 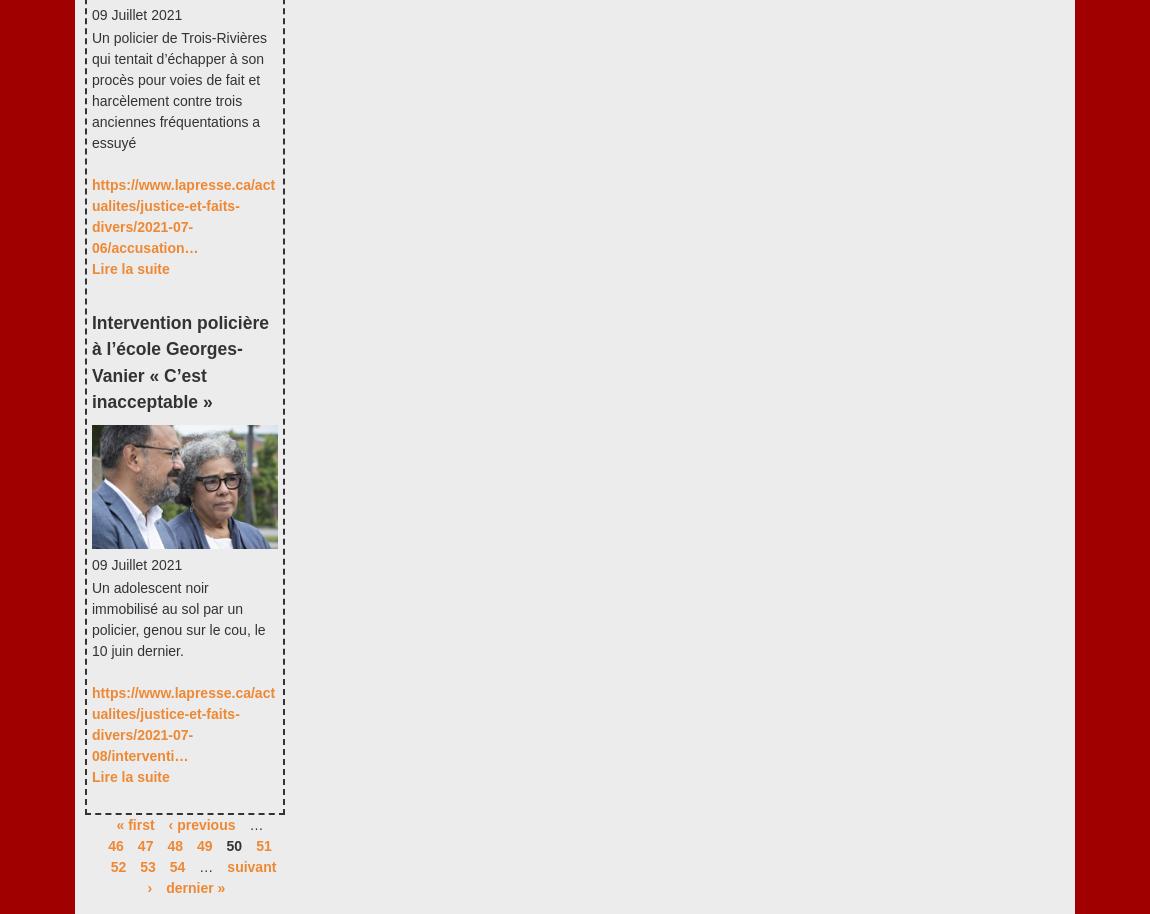 What do you see at coordinates (182, 723) in the screenshot?
I see `'https://www.lapresse.ca/actualites/justice-et-faits-divers/2021-07-08/interventi…'` at bounding box center [182, 723].